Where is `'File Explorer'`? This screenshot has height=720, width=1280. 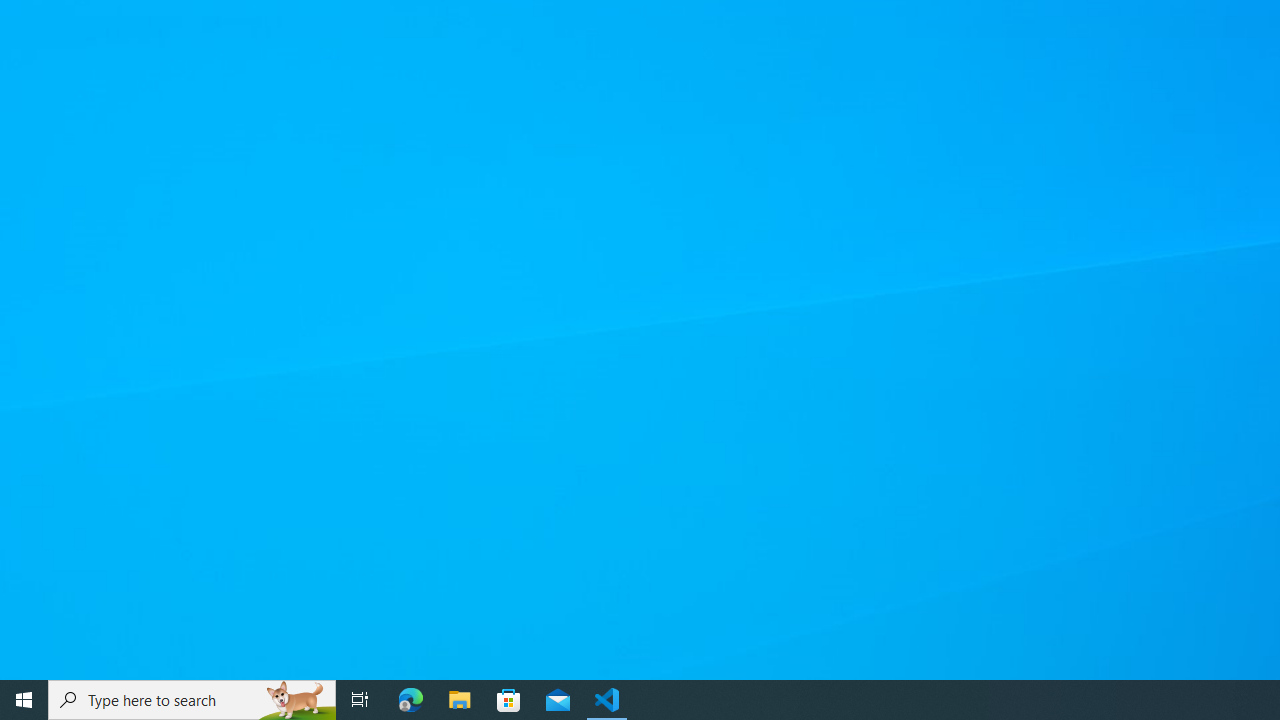 'File Explorer' is located at coordinates (459, 698).